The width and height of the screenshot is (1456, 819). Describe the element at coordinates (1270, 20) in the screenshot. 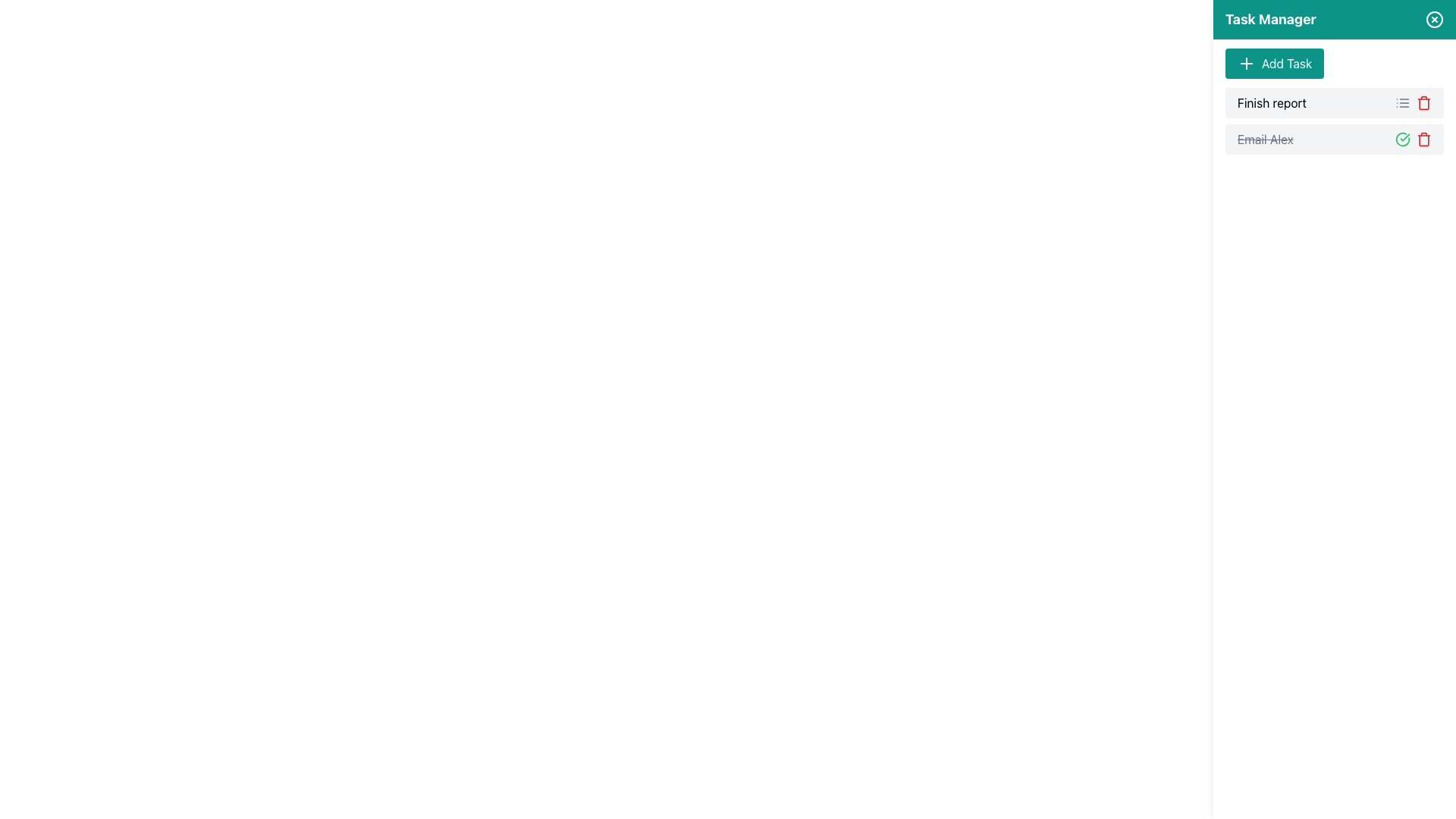

I see `the 'Task Manager' text label located in the teal header bar at the top left of the interface, providing context for the user` at that location.